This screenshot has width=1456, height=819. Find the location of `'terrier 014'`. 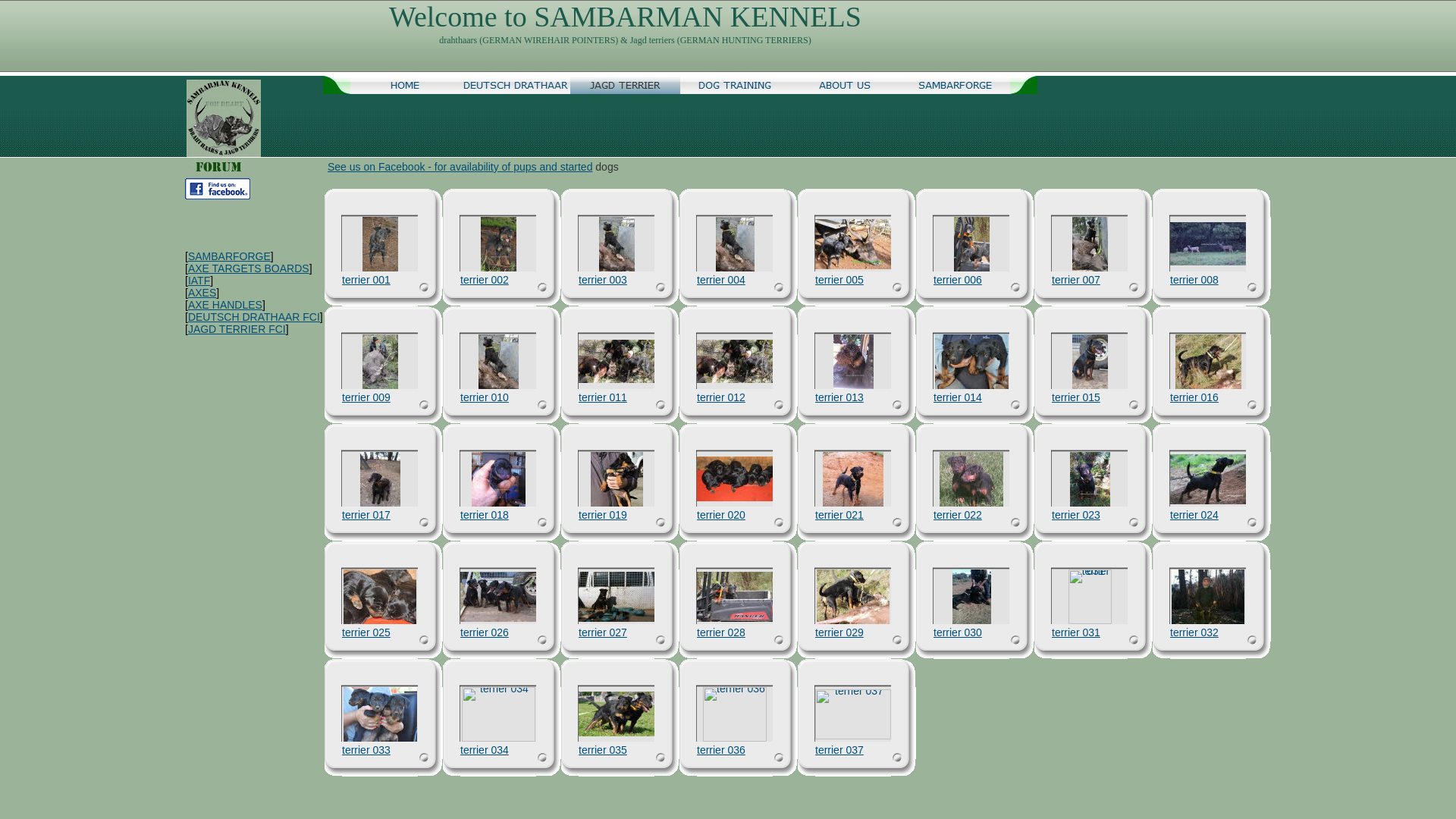

'terrier 014' is located at coordinates (956, 397).